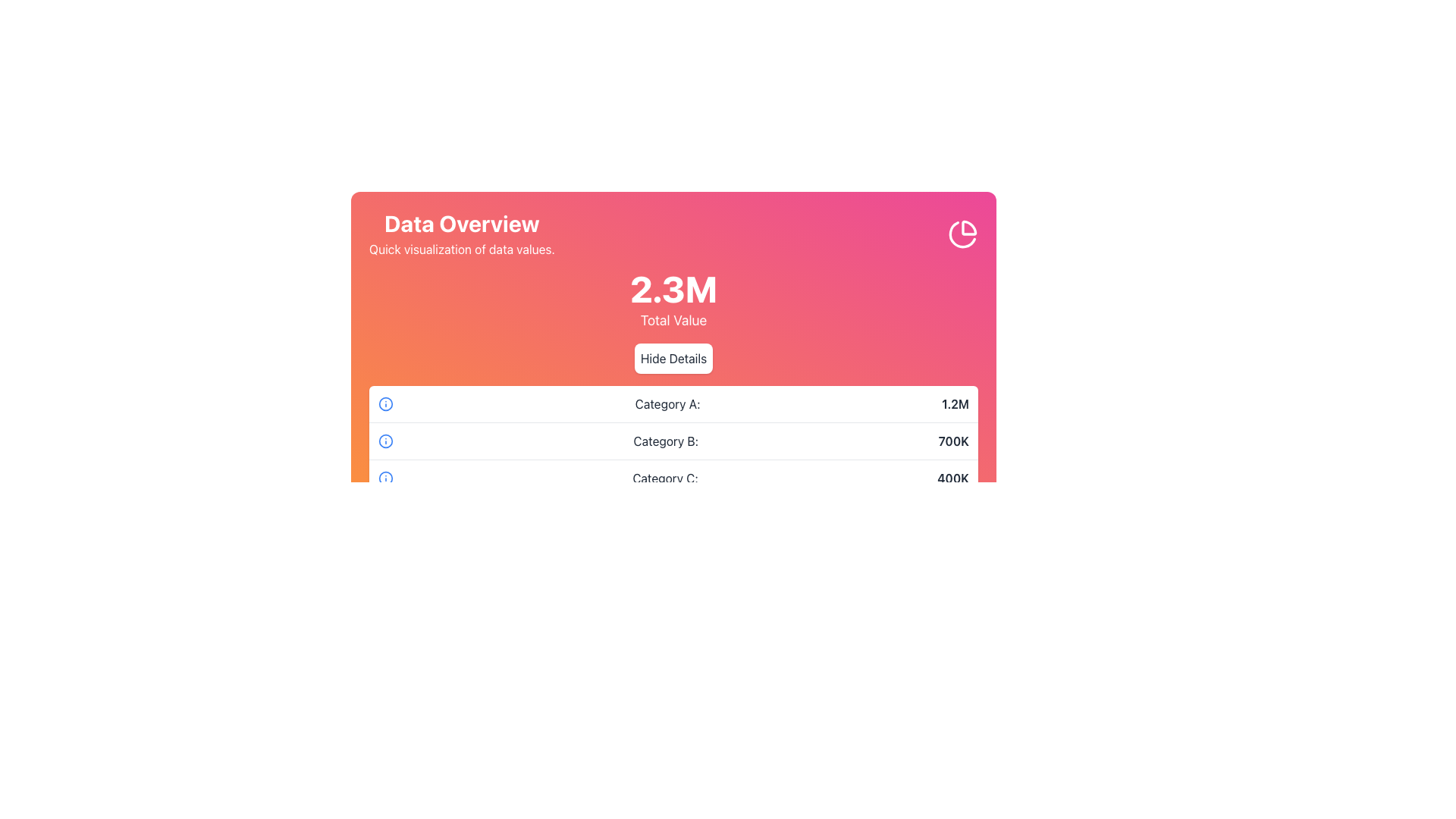 The image size is (1456, 819). What do you see at coordinates (673, 403) in the screenshot?
I see `the first list item representing 'Category A' with value '1.2M' to possibly reveal tooltips` at bounding box center [673, 403].